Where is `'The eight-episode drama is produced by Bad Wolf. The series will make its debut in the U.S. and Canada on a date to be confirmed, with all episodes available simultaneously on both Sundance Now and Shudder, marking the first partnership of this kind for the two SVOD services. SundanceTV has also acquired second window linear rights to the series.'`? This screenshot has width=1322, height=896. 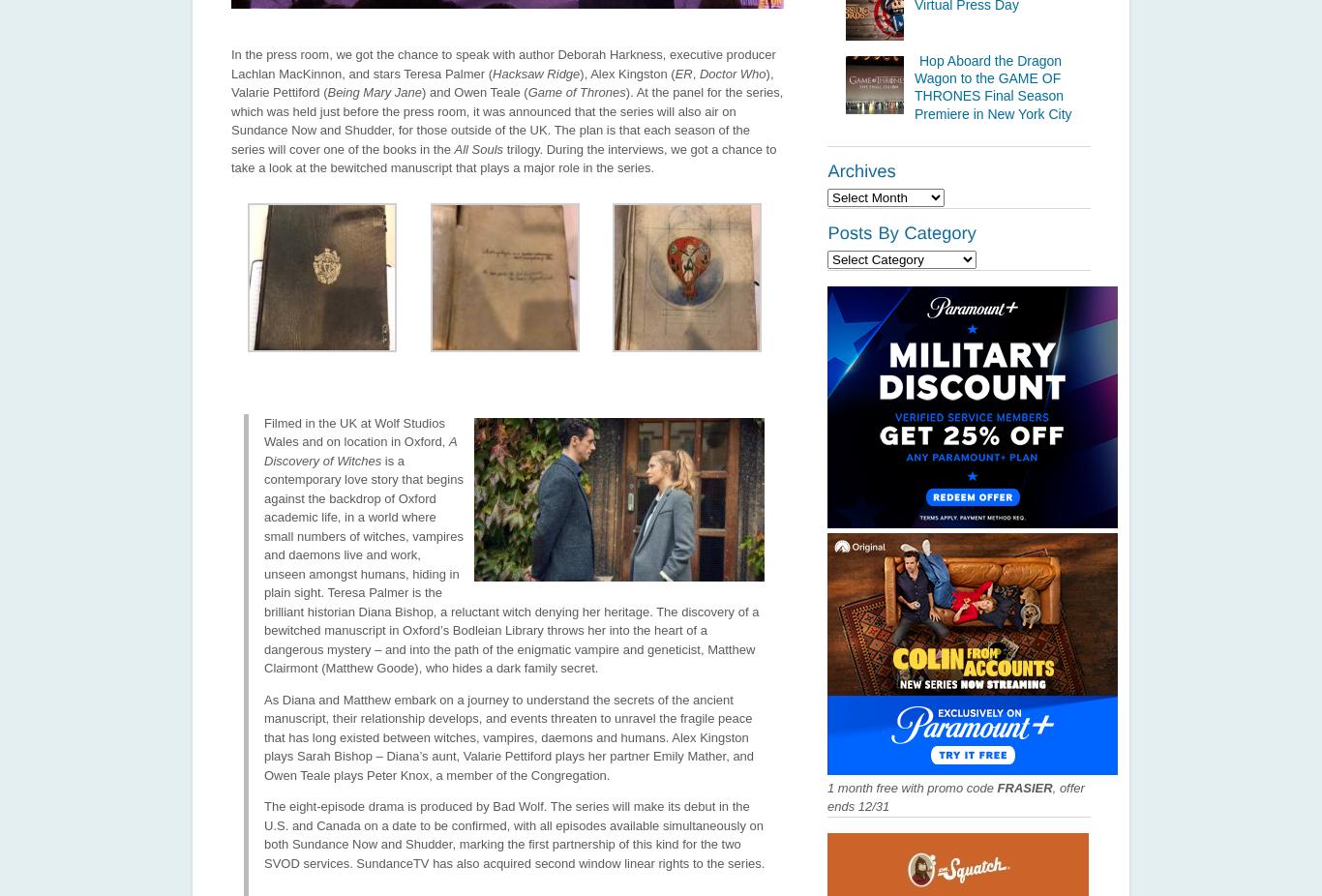 'The eight-episode drama is produced by Bad Wolf. The series will make its debut in the U.S. and Canada on a date to be confirmed, with all episodes available simultaneously on both Sundance Now and Shudder, marking the first partnership of this kind for the two SVOD services. SundanceTV has also acquired second window linear rights to the series.' is located at coordinates (514, 834).